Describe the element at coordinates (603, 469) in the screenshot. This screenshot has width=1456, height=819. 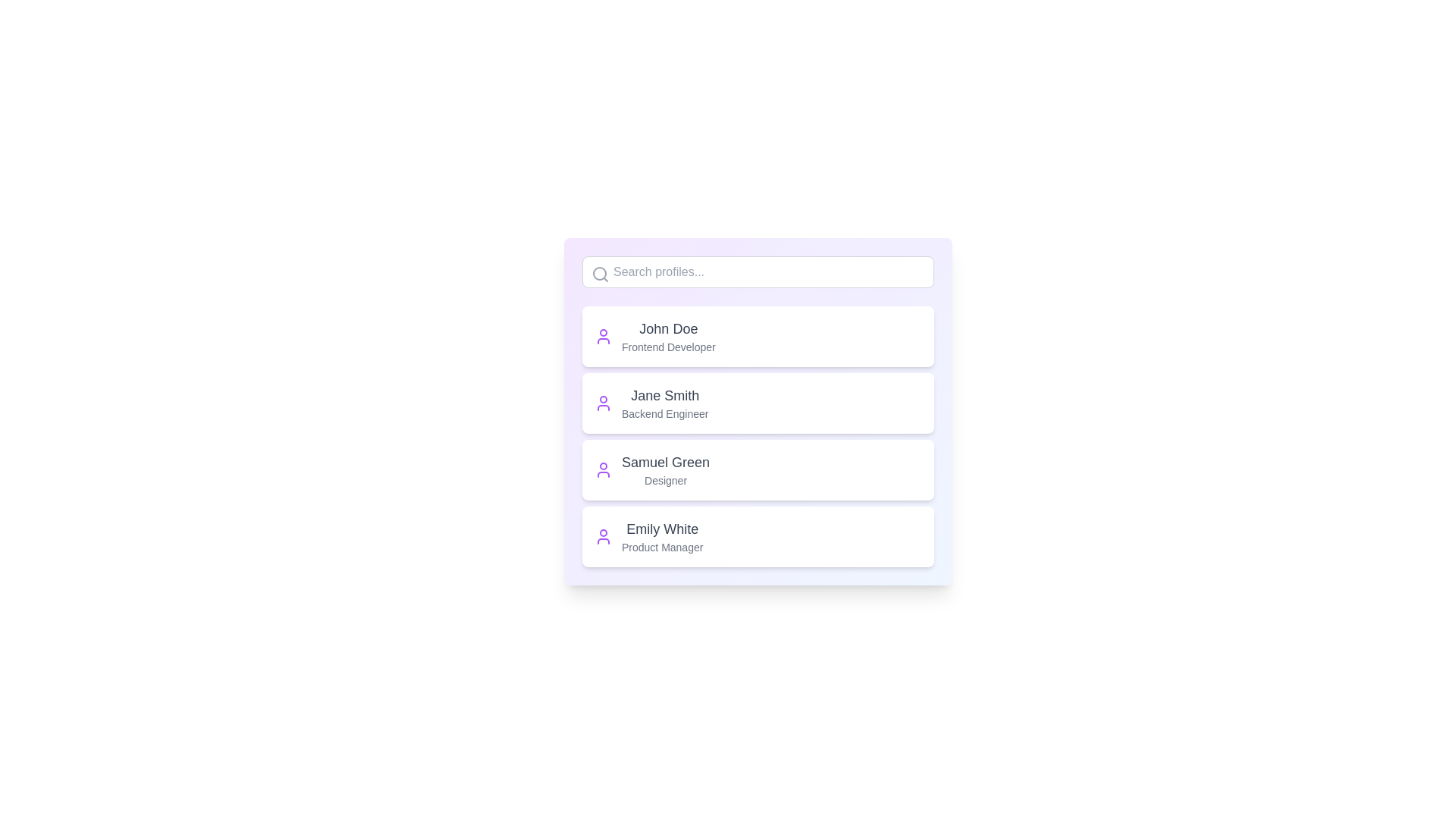
I see `the user profile picture icon representing 'Samuel Green', located in the third visible list item of user profiles` at that location.